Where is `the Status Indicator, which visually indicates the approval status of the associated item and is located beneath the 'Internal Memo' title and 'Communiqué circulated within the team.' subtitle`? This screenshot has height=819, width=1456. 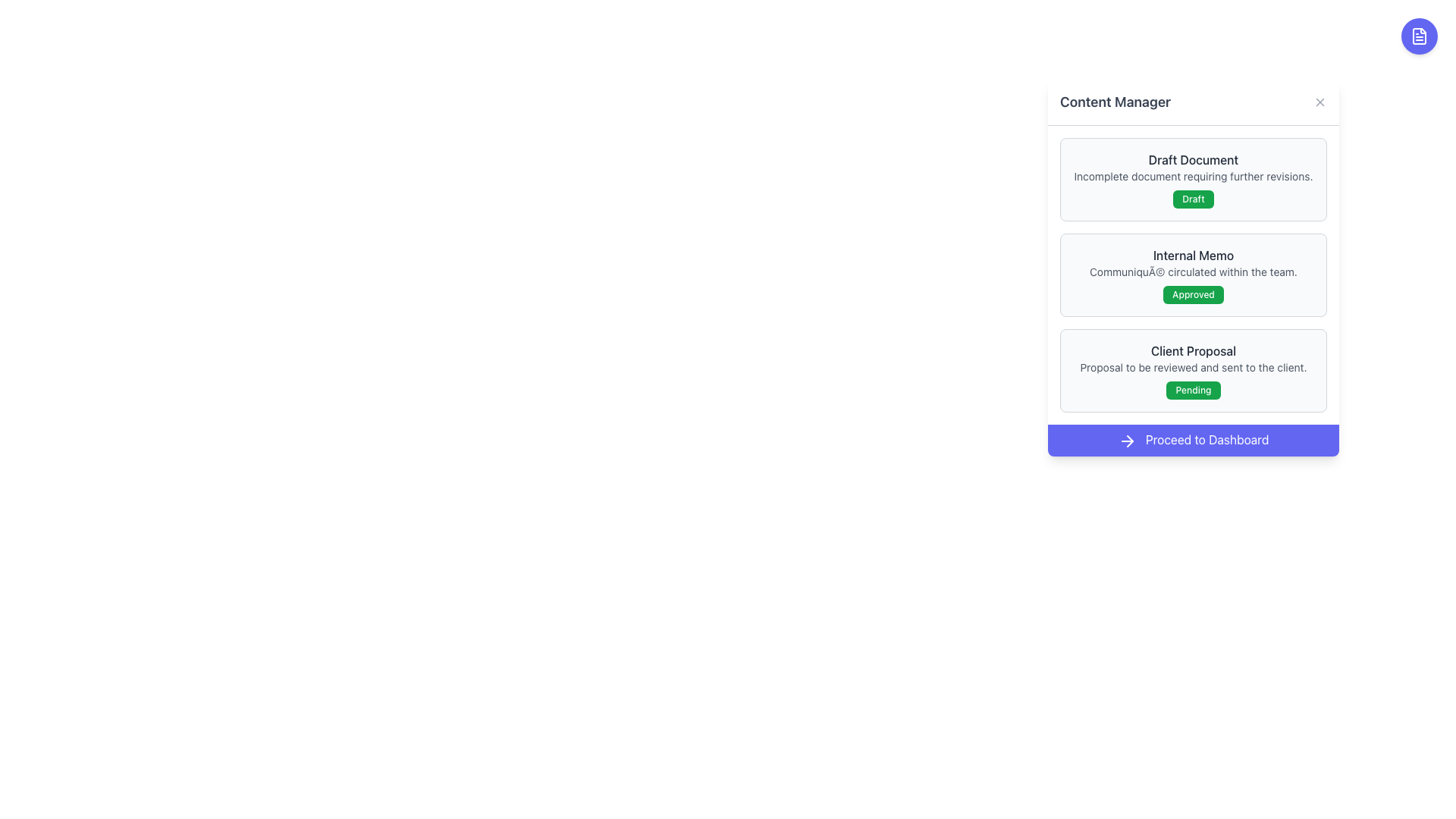 the Status Indicator, which visually indicates the approval status of the associated item and is located beneath the 'Internal Memo' title and 'Communiqué circulated within the team.' subtitle is located at coordinates (1193, 295).